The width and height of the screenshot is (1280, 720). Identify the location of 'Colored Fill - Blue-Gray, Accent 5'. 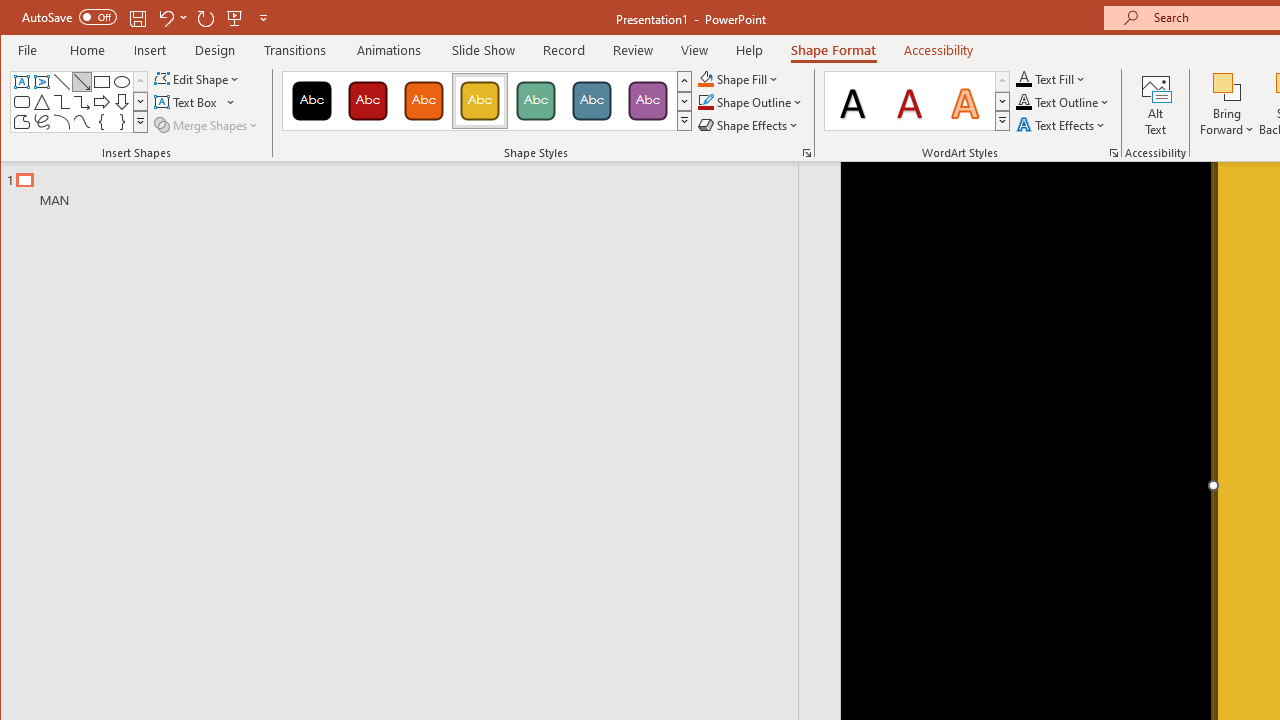
(591, 100).